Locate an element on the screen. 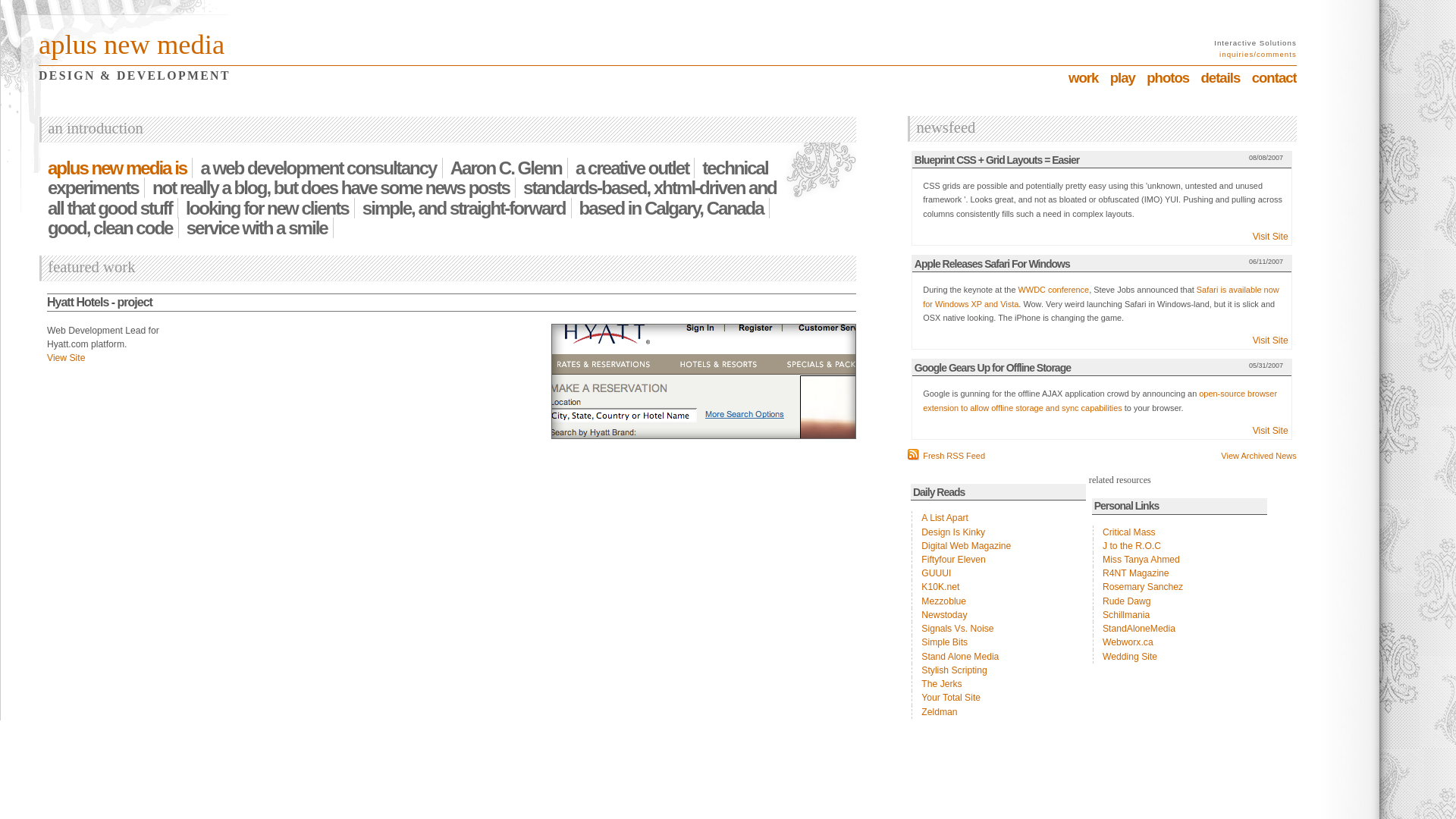 The height and width of the screenshot is (819, 1456). 'play' is located at coordinates (1122, 77).